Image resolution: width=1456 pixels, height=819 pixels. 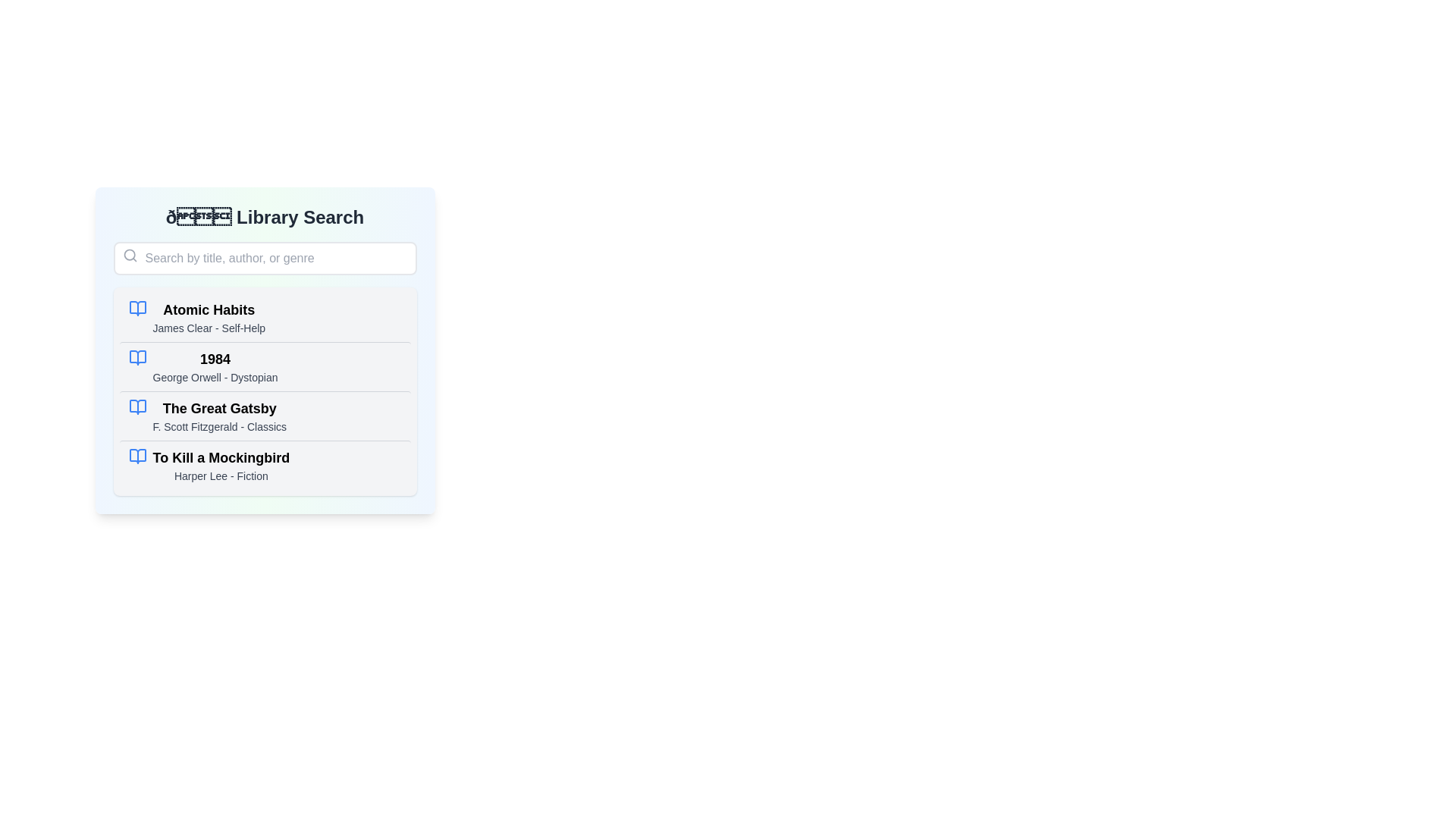 I want to click on the text label displaying 'F. Scott Fitzgerald - Classics', which is located directly below the title 'The Great Gatsby' in a smaller, gray-colored font, so click(x=218, y=427).